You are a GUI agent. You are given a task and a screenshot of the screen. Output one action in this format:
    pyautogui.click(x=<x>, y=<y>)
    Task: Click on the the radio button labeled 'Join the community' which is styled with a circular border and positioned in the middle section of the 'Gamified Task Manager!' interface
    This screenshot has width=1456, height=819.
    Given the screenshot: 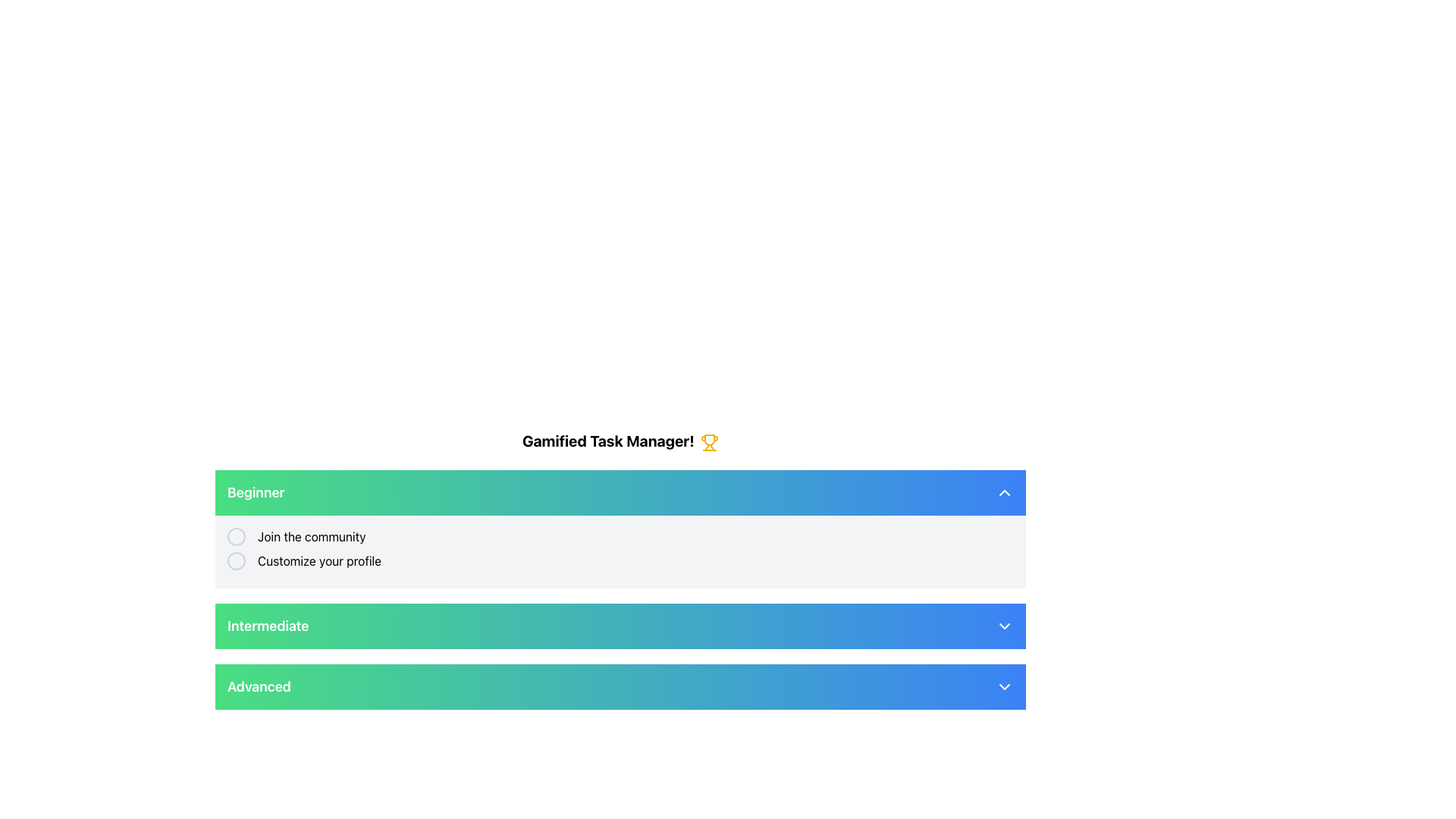 What is the action you would take?
    pyautogui.click(x=620, y=536)
    